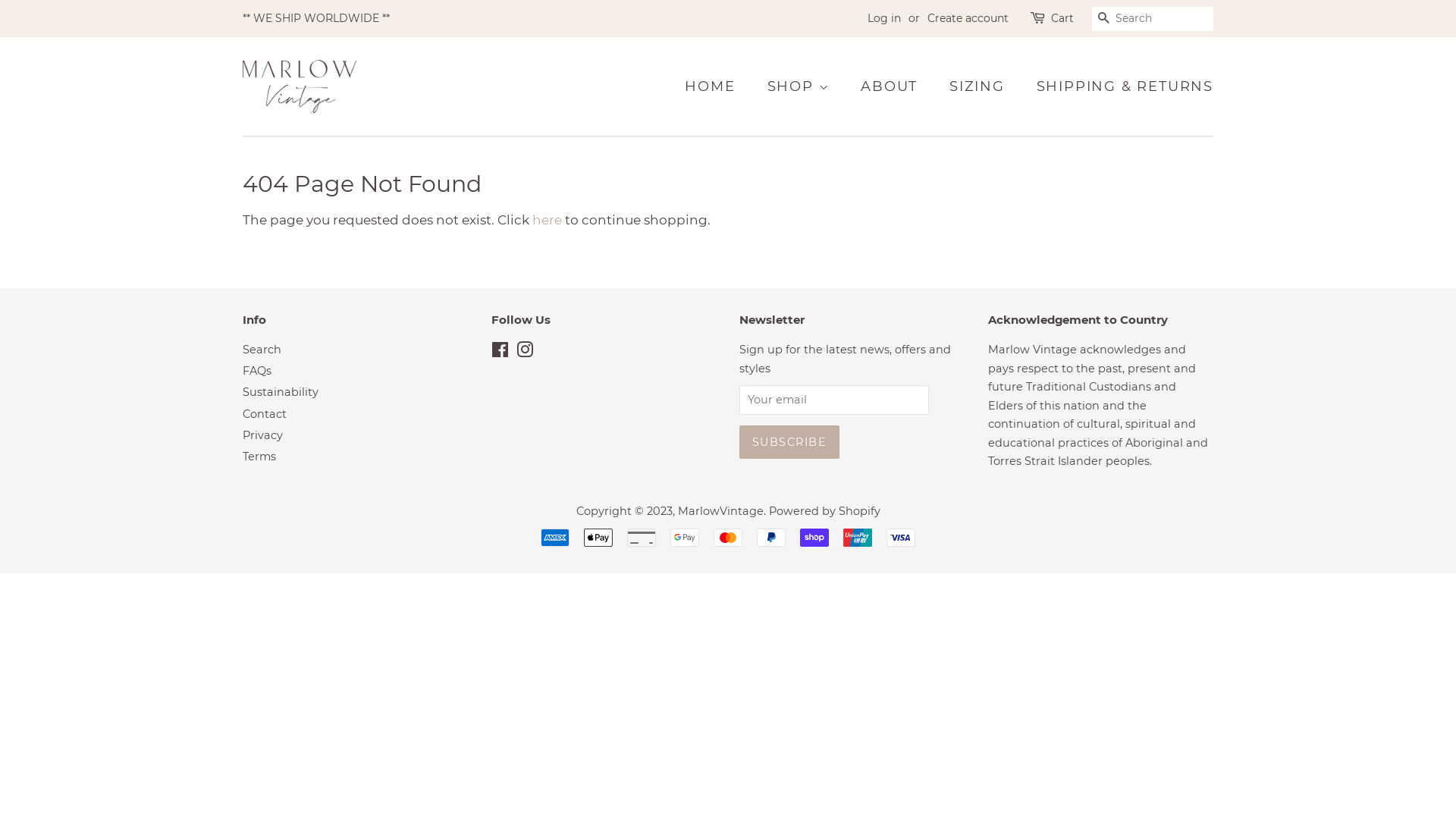  I want to click on 'Powered by Shopify', so click(768, 511).